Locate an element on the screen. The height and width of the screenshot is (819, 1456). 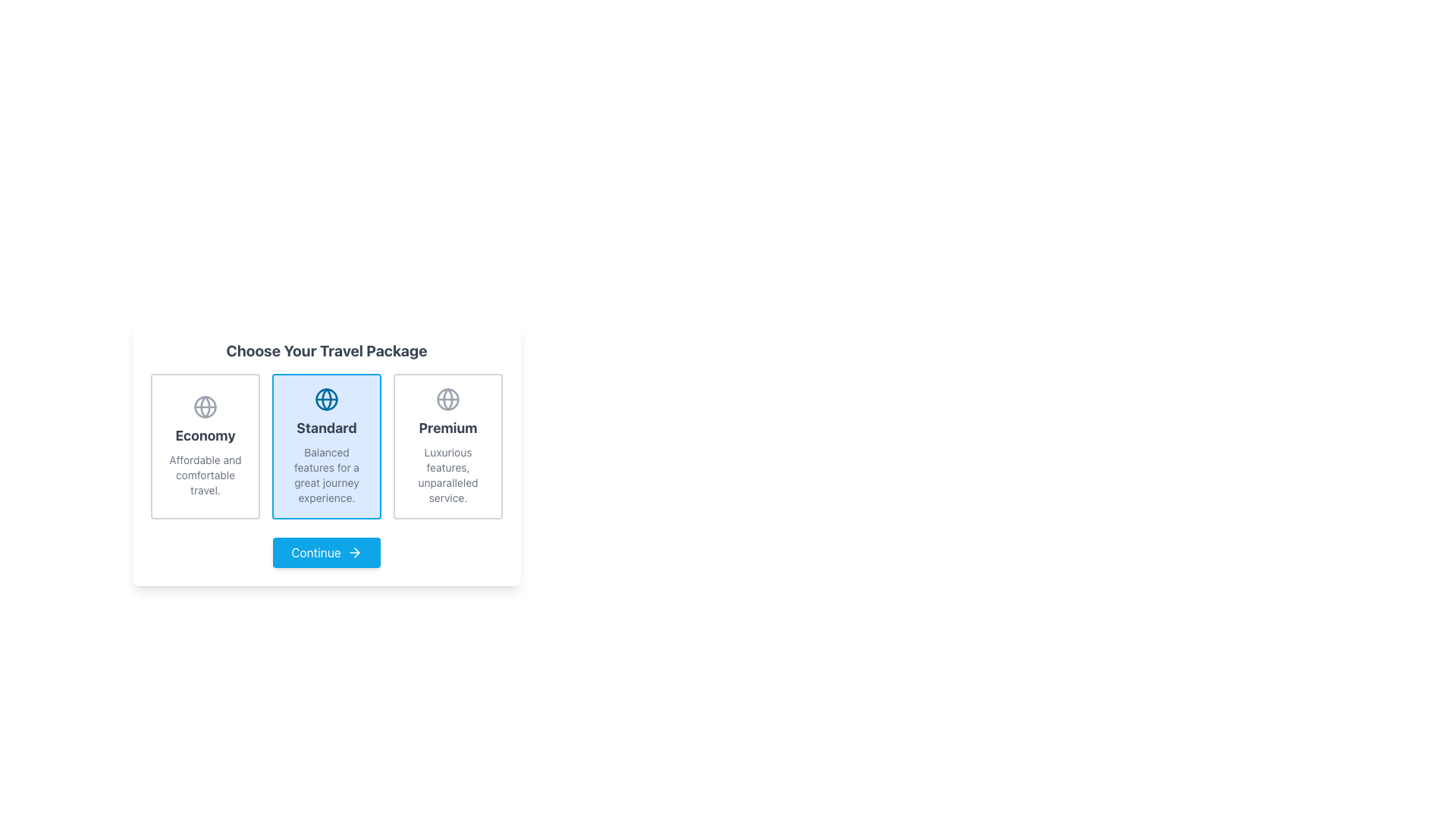
the 'Premium' interactive selection card, which features a bold gray header, a globe icon, and descriptive text about luxurious features, located in the center of a grid of three travel package options is located at coordinates (447, 446).